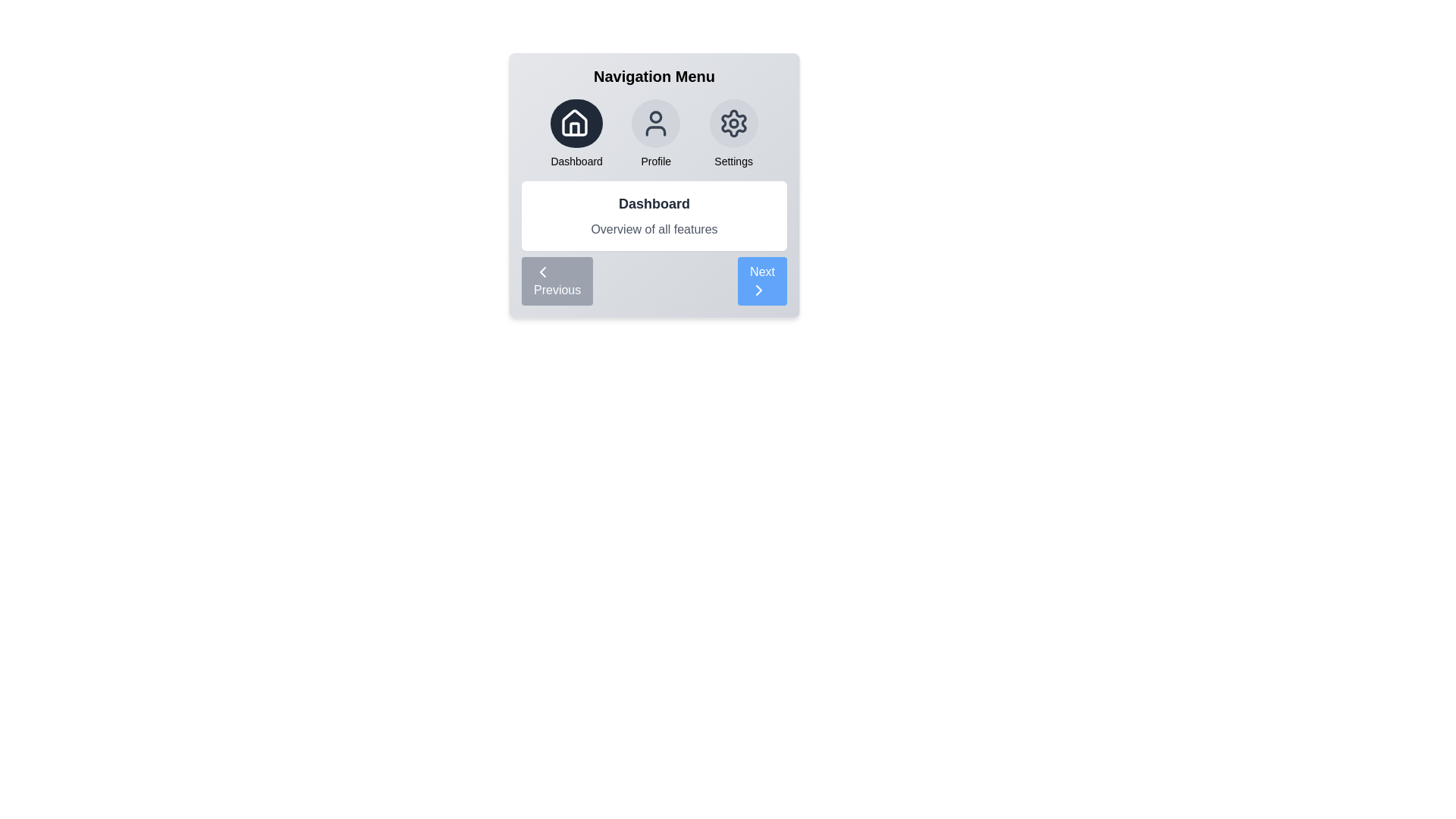 This screenshot has width=1456, height=819. What do you see at coordinates (762, 281) in the screenshot?
I see `the Next button to navigate the menu` at bounding box center [762, 281].